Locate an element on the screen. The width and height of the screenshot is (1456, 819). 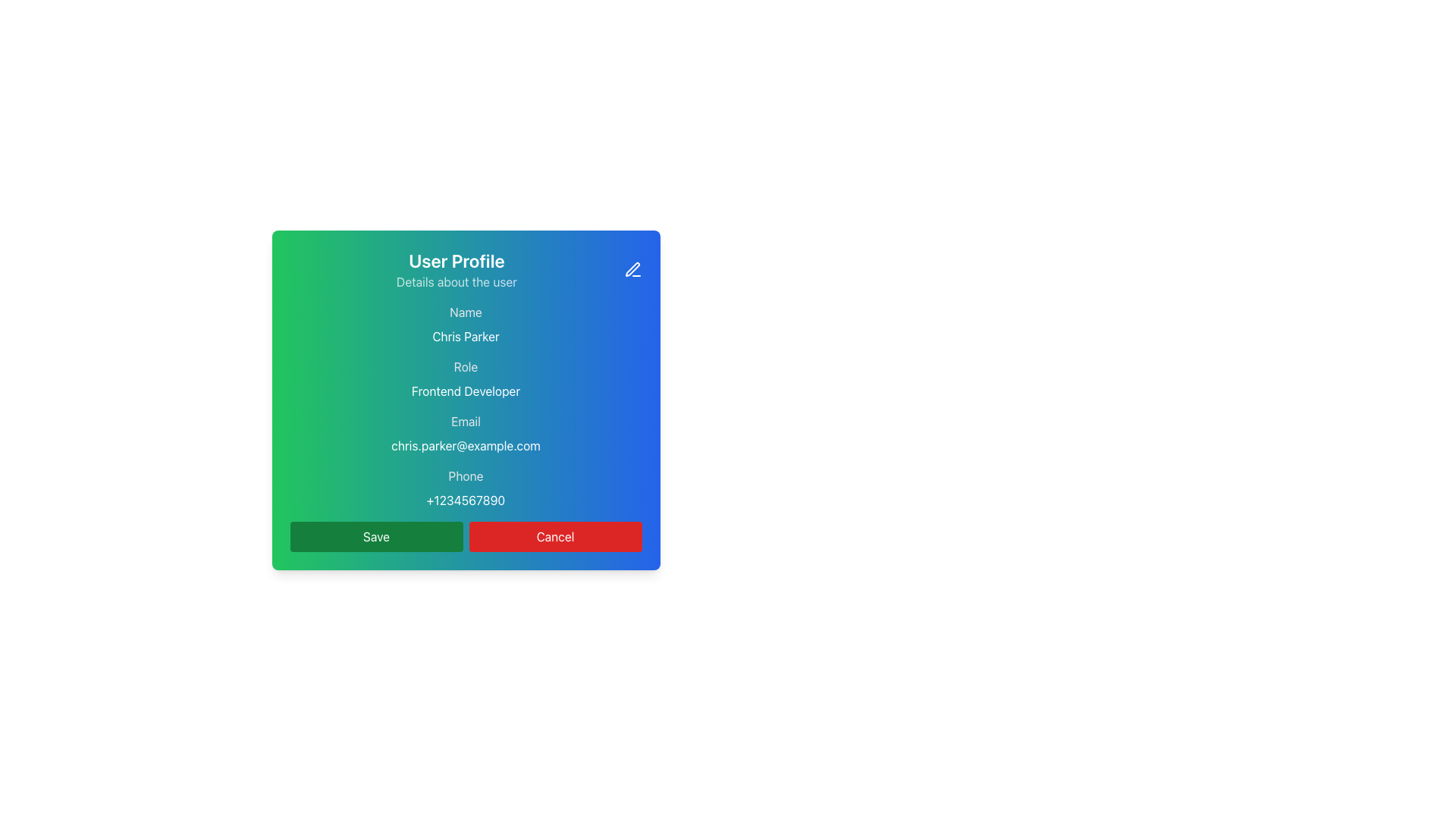
the 'Email' label, which is a light gray textual label centered in the 'User Profile' card, positioned above the email address is located at coordinates (465, 421).